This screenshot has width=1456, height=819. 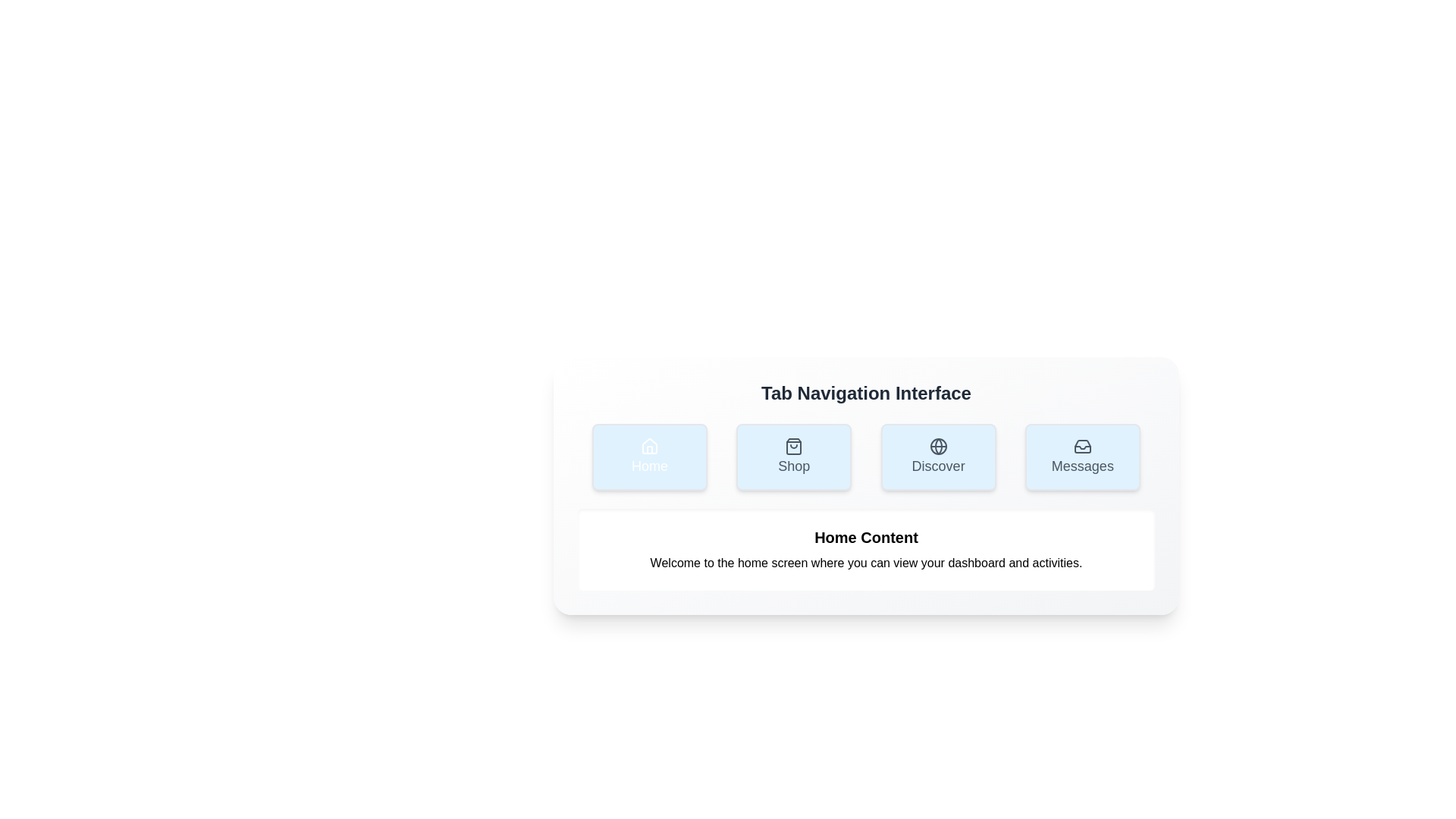 I want to click on the navigation button for 'Messages', located at the far-right position among four navigation buttons including 'Home', 'Shop', and 'Discover', so click(x=1081, y=456).